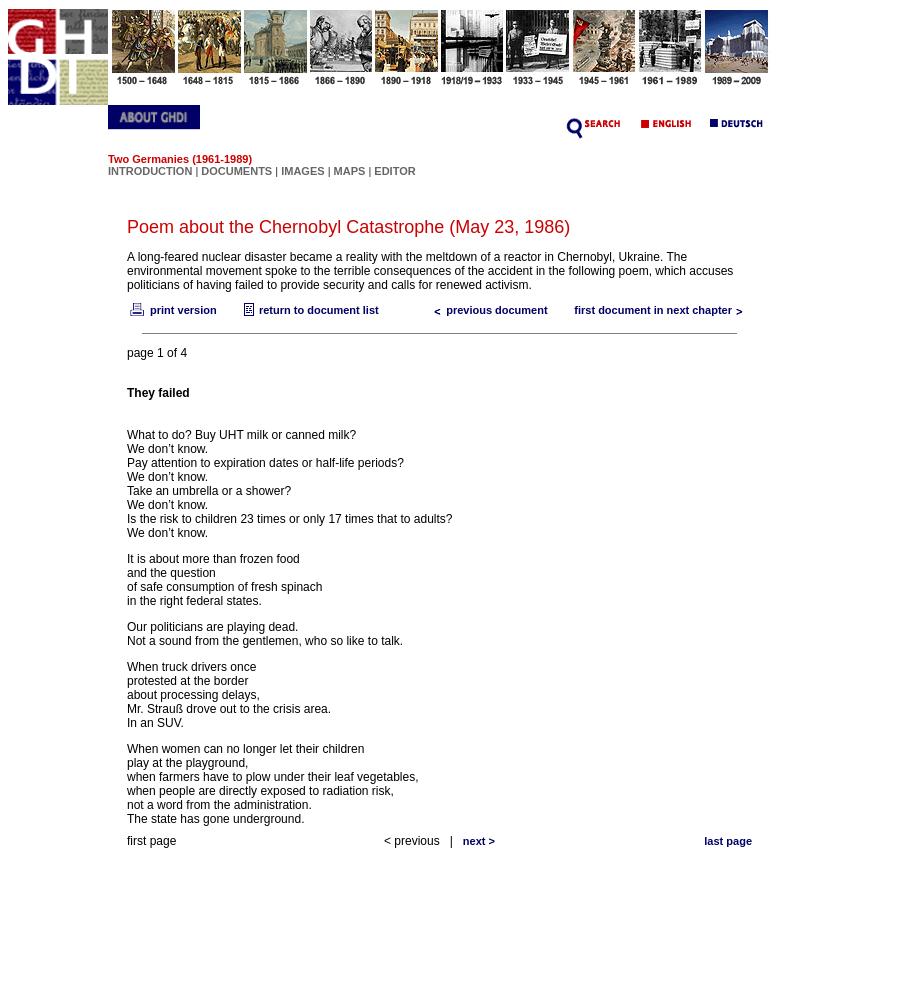 The image size is (900, 1000). I want to click on 'return 
                                to document list', so click(316, 310).